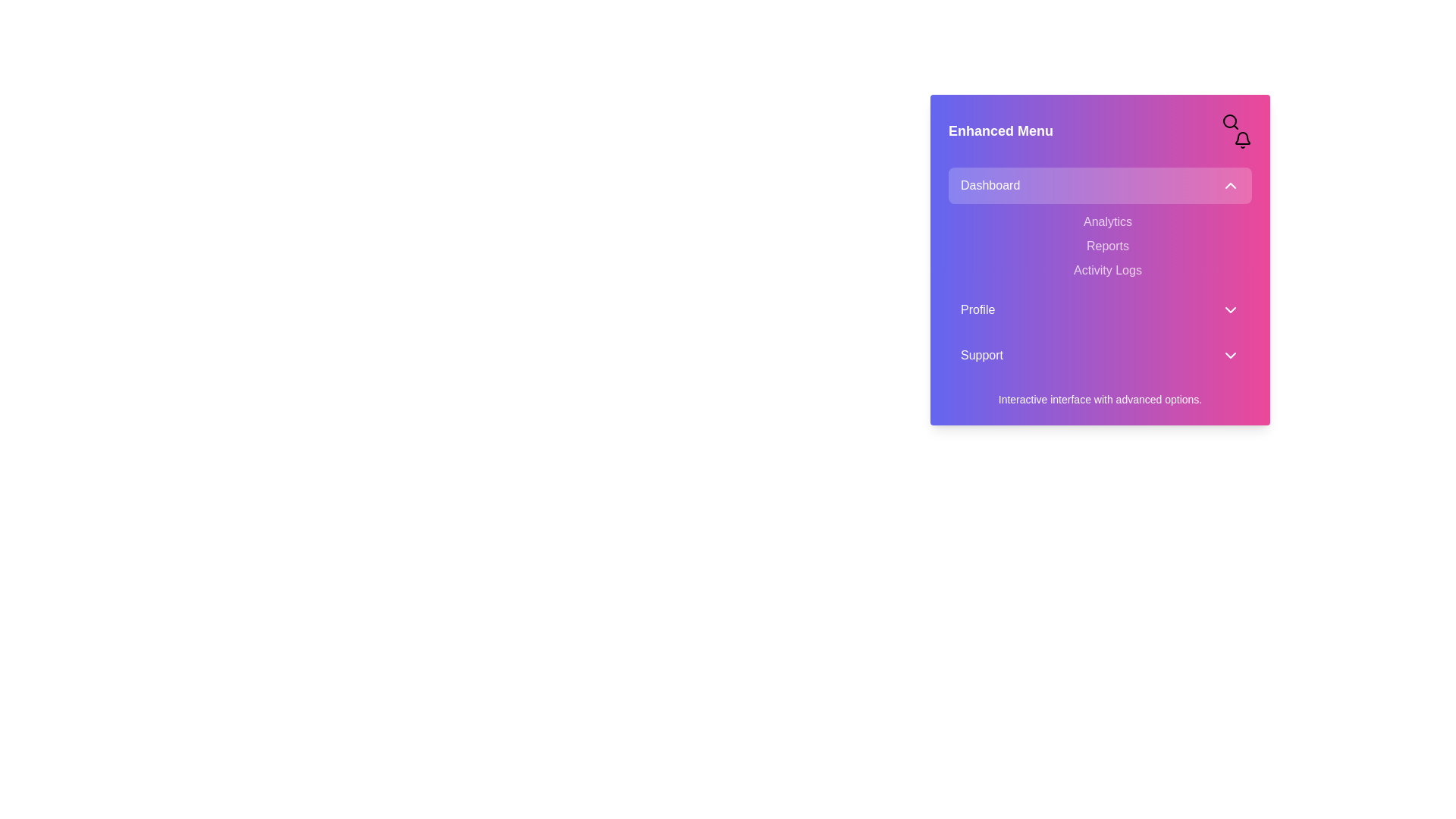 Image resolution: width=1456 pixels, height=819 pixels. Describe the element at coordinates (1230, 309) in the screenshot. I see `the downward-pointing Chevron Icon located to the right of the 'Profile' label` at that location.